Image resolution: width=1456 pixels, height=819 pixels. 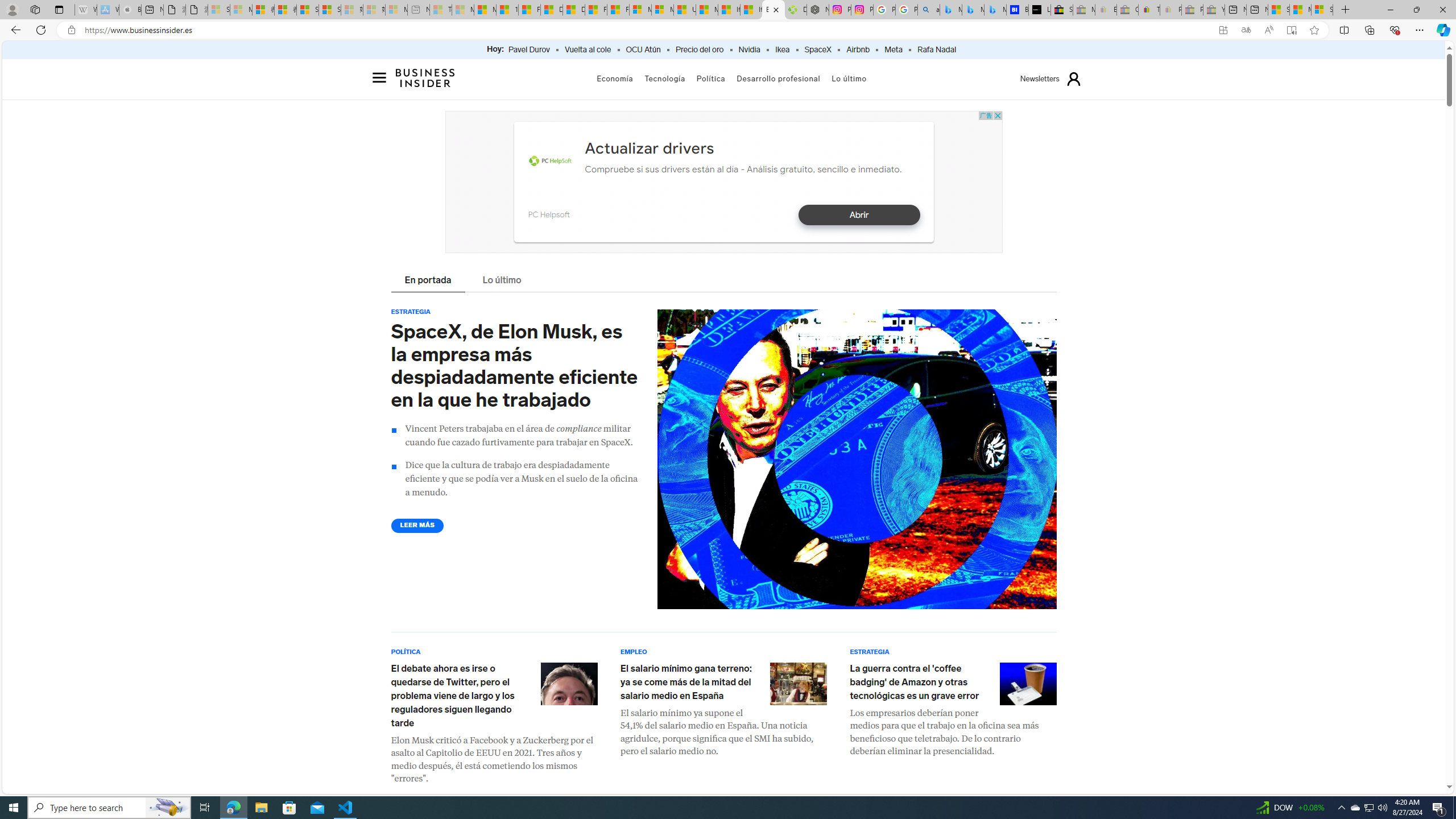 I want to click on 'Wikipedia - Sleeping', so click(x=85, y=9).